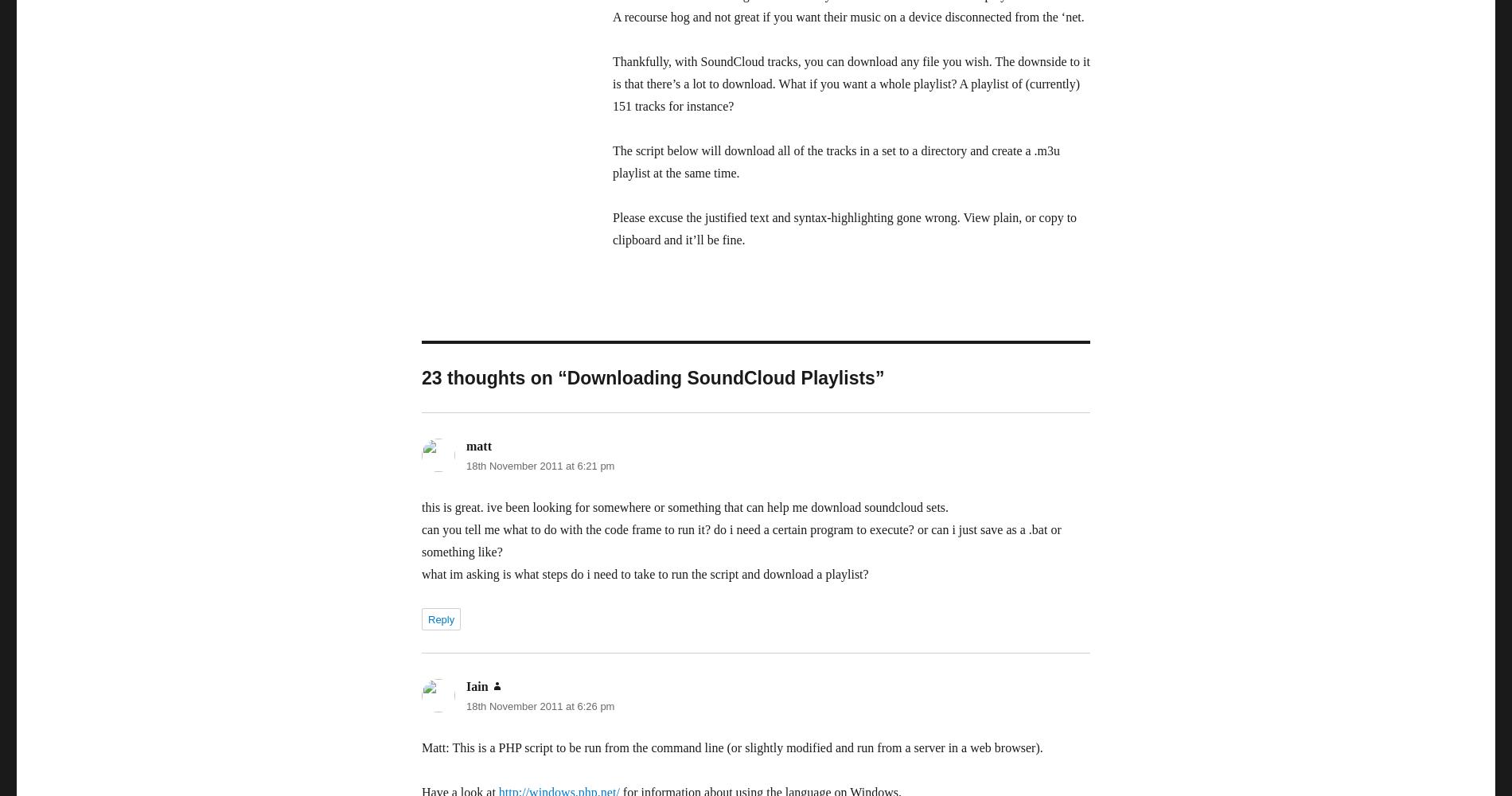 The image size is (1512, 796). What do you see at coordinates (421, 747) in the screenshot?
I see `'Matt:  This is a PHP script to be run from the command line (or slightly modified and run from a server in a web browser).'` at bounding box center [421, 747].